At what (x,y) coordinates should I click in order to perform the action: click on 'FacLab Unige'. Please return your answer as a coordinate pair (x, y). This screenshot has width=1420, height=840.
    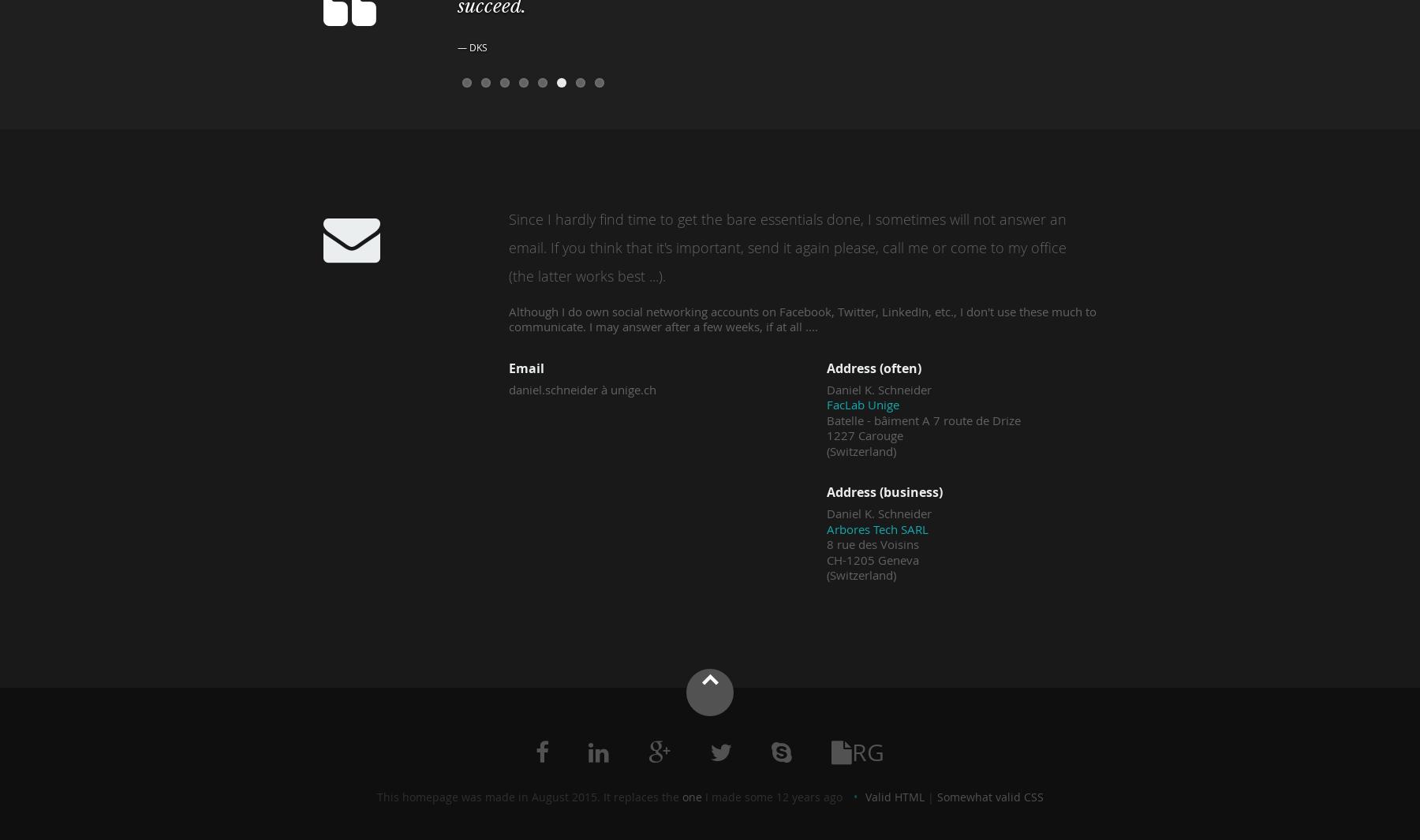
    Looking at the image, I should click on (861, 404).